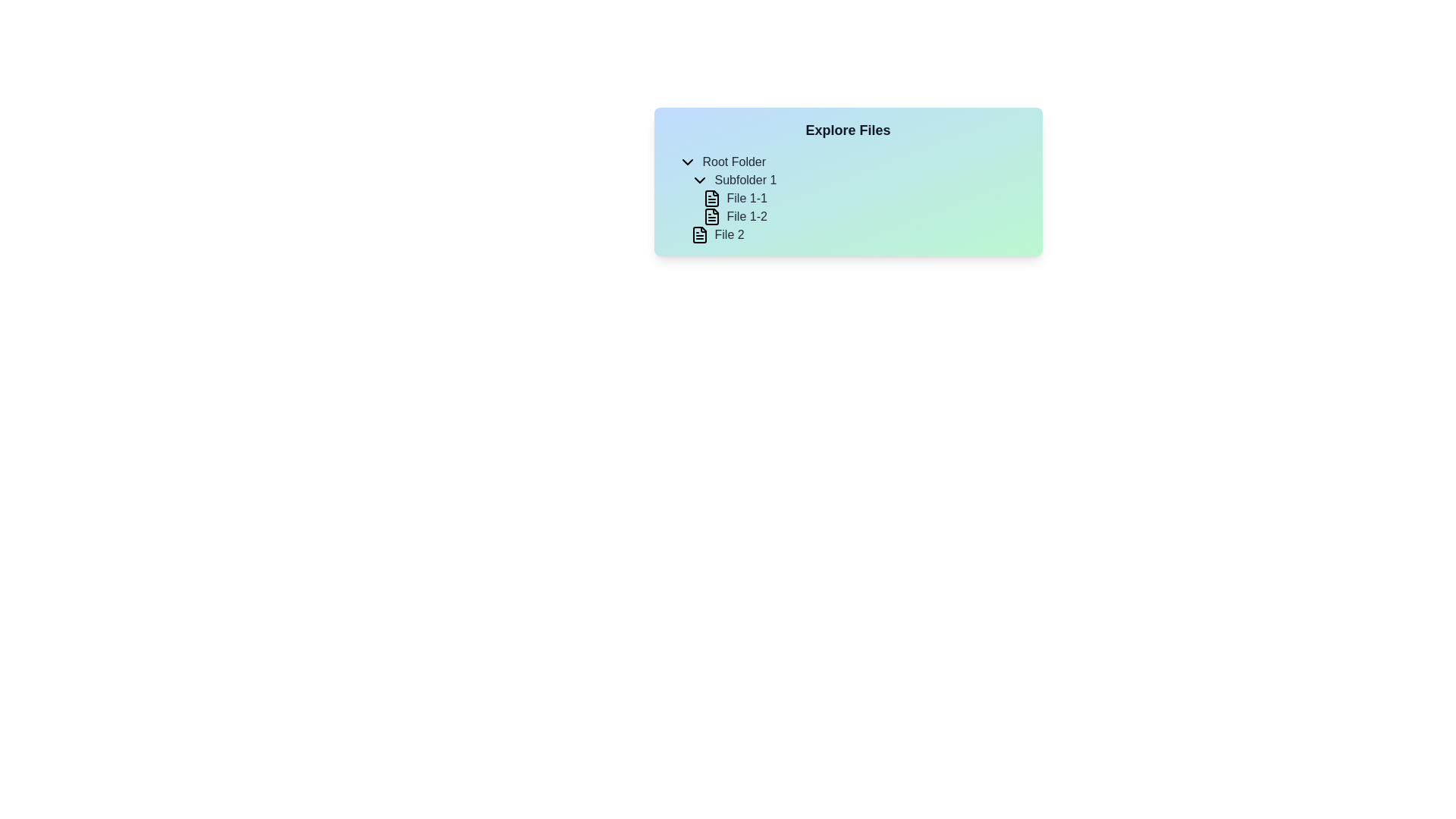  What do you see at coordinates (847, 130) in the screenshot?
I see `the static text label or heading that serves as a title for the section above the file tree display` at bounding box center [847, 130].